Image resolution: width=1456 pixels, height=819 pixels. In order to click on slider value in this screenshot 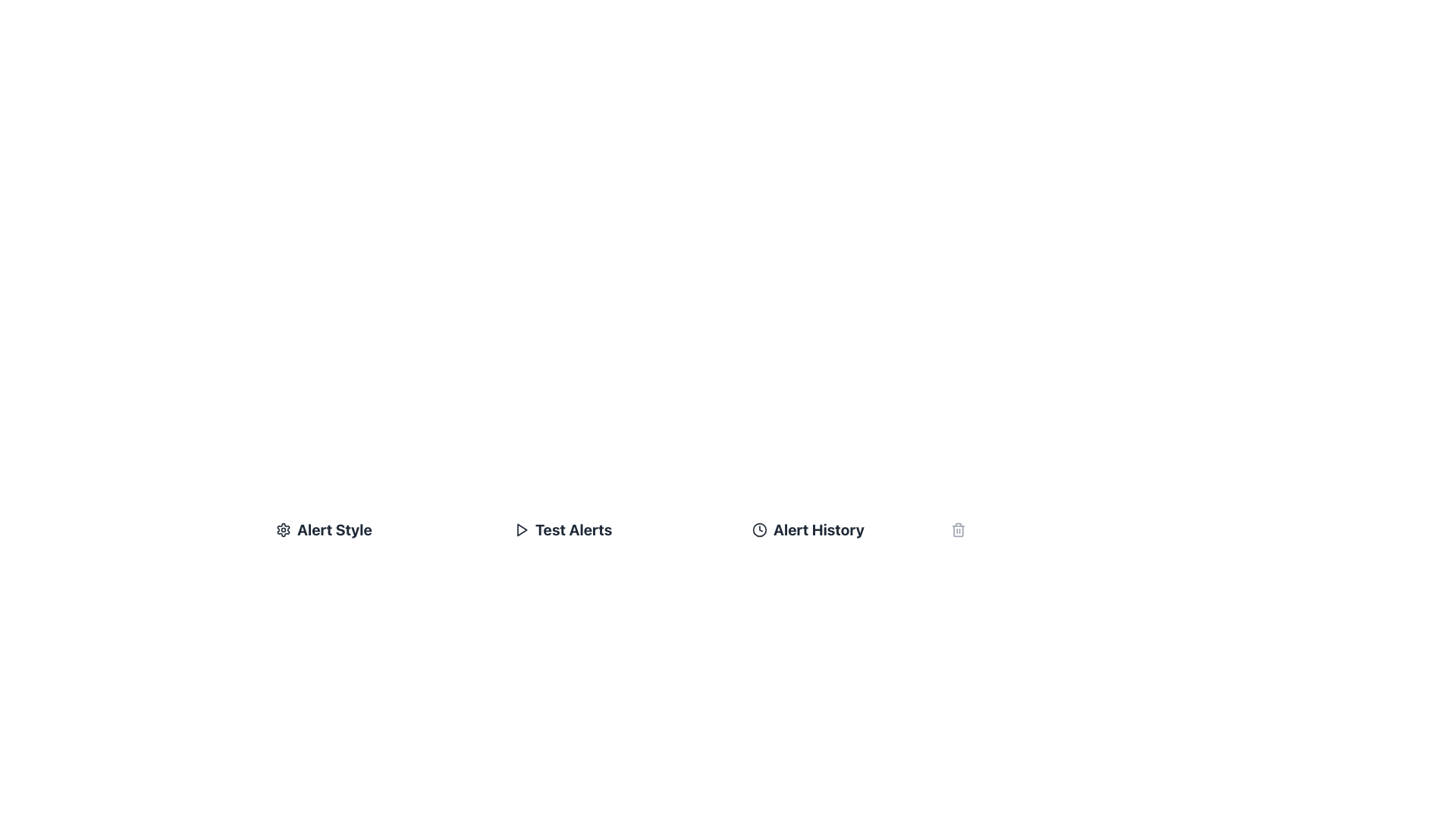, I will do `click(485, 792)`.